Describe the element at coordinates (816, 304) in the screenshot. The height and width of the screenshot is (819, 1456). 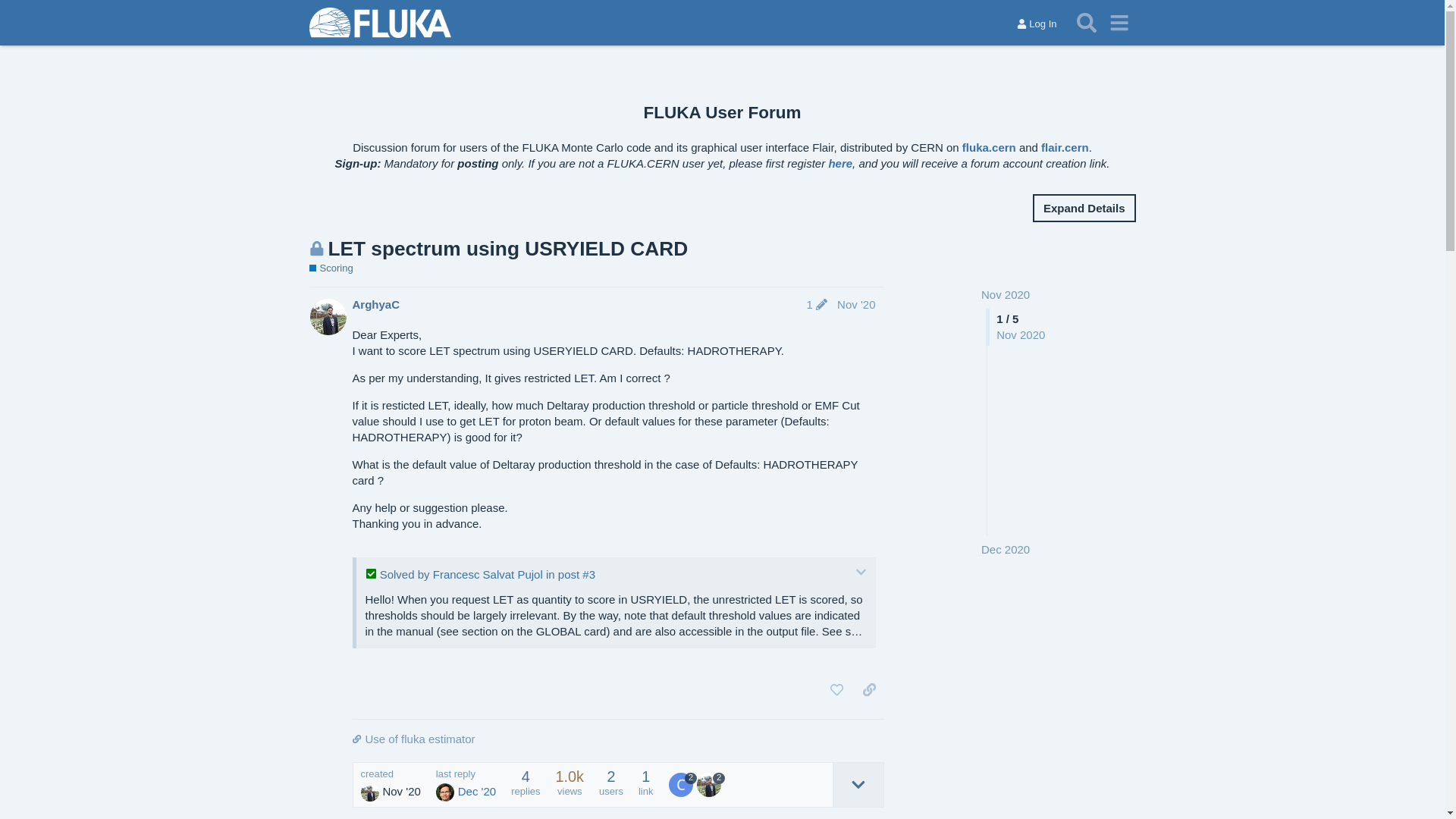
I see `'1'` at that location.